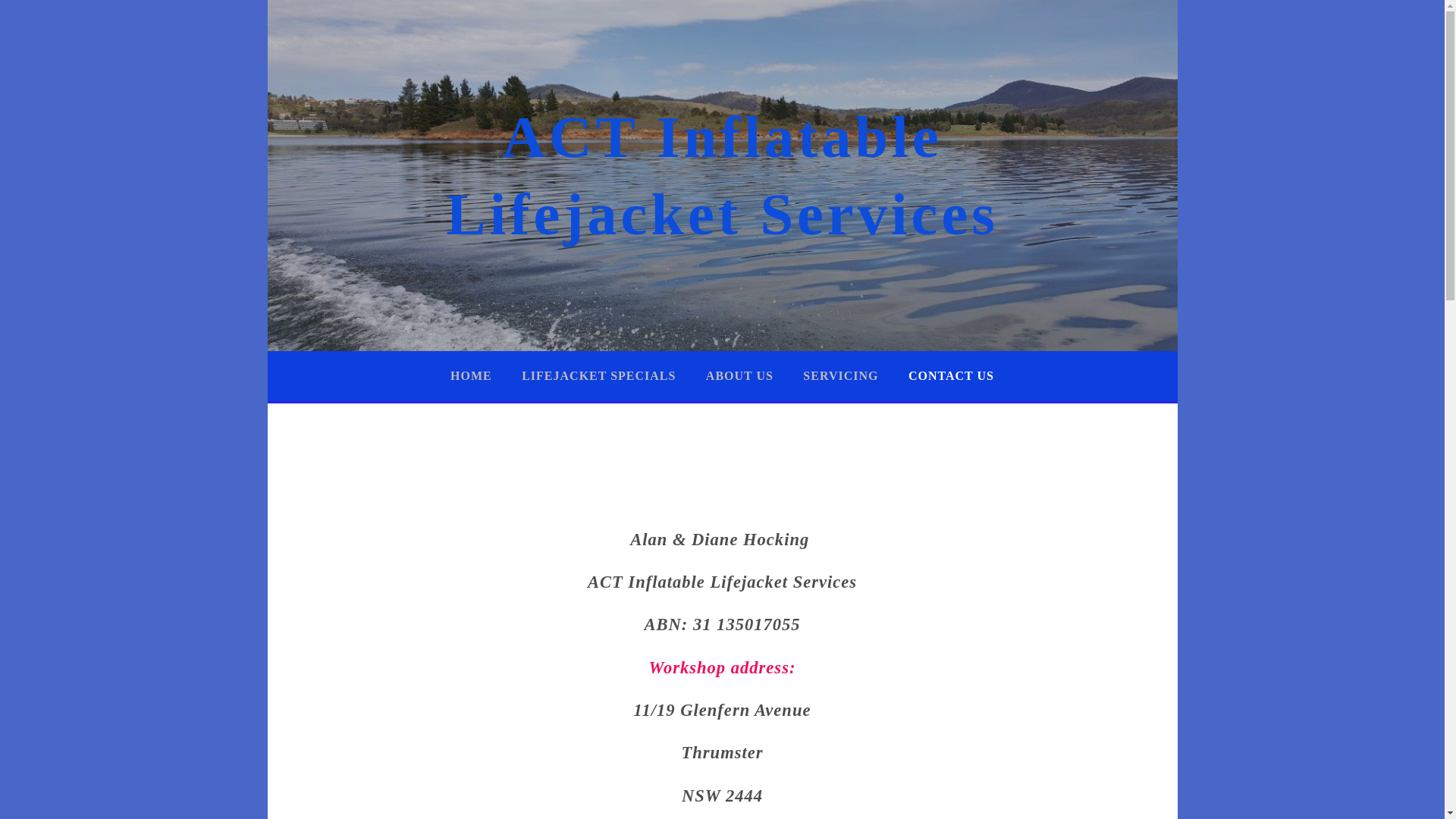 This screenshot has width=1456, height=819. What do you see at coordinates (802, 375) in the screenshot?
I see `'SERVICING'` at bounding box center [802, 375].